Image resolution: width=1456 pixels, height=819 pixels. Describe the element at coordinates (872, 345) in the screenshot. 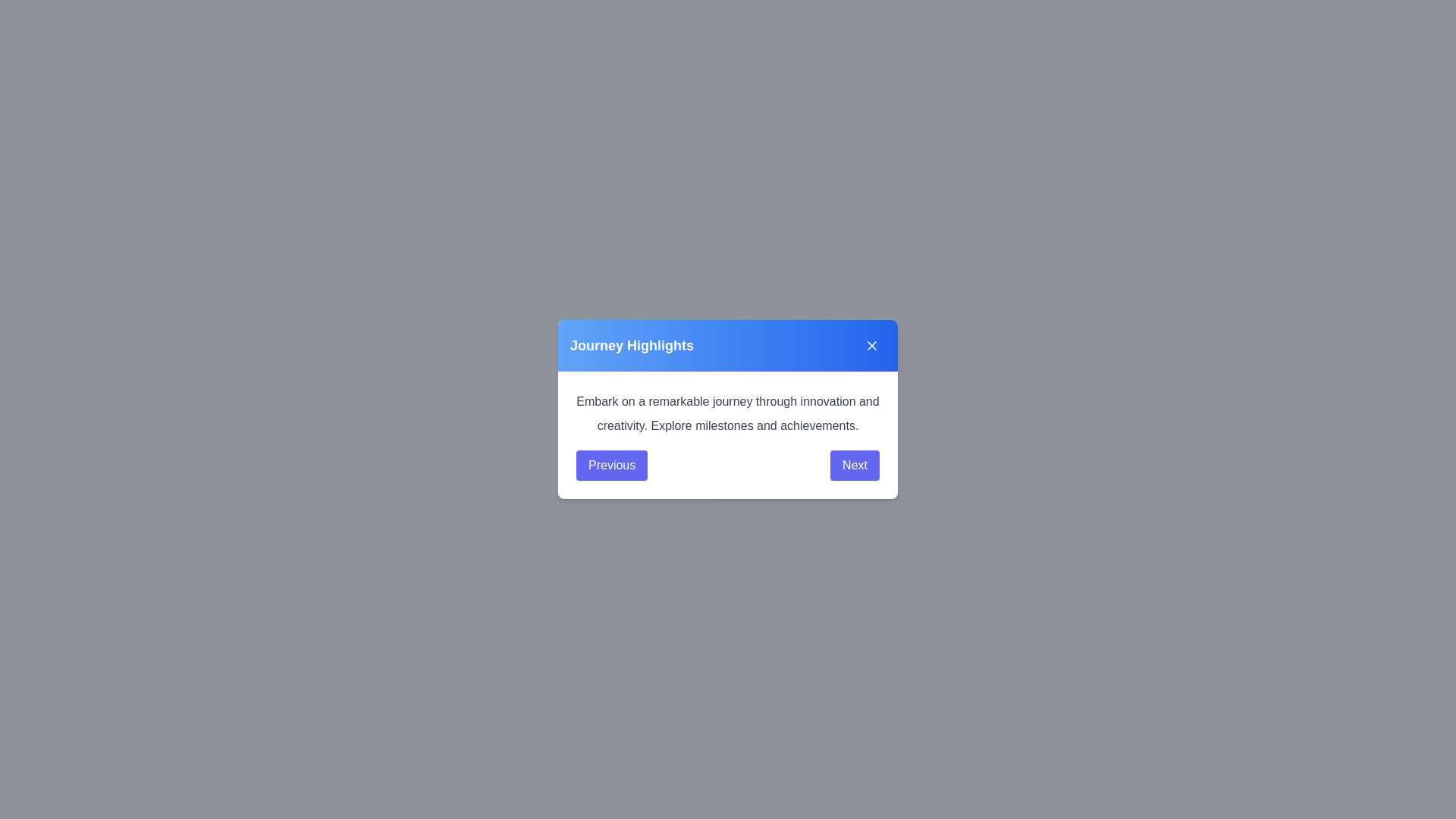

I see `the circular button with an 'X' icon in the top-right corner of the modal header` at that location.